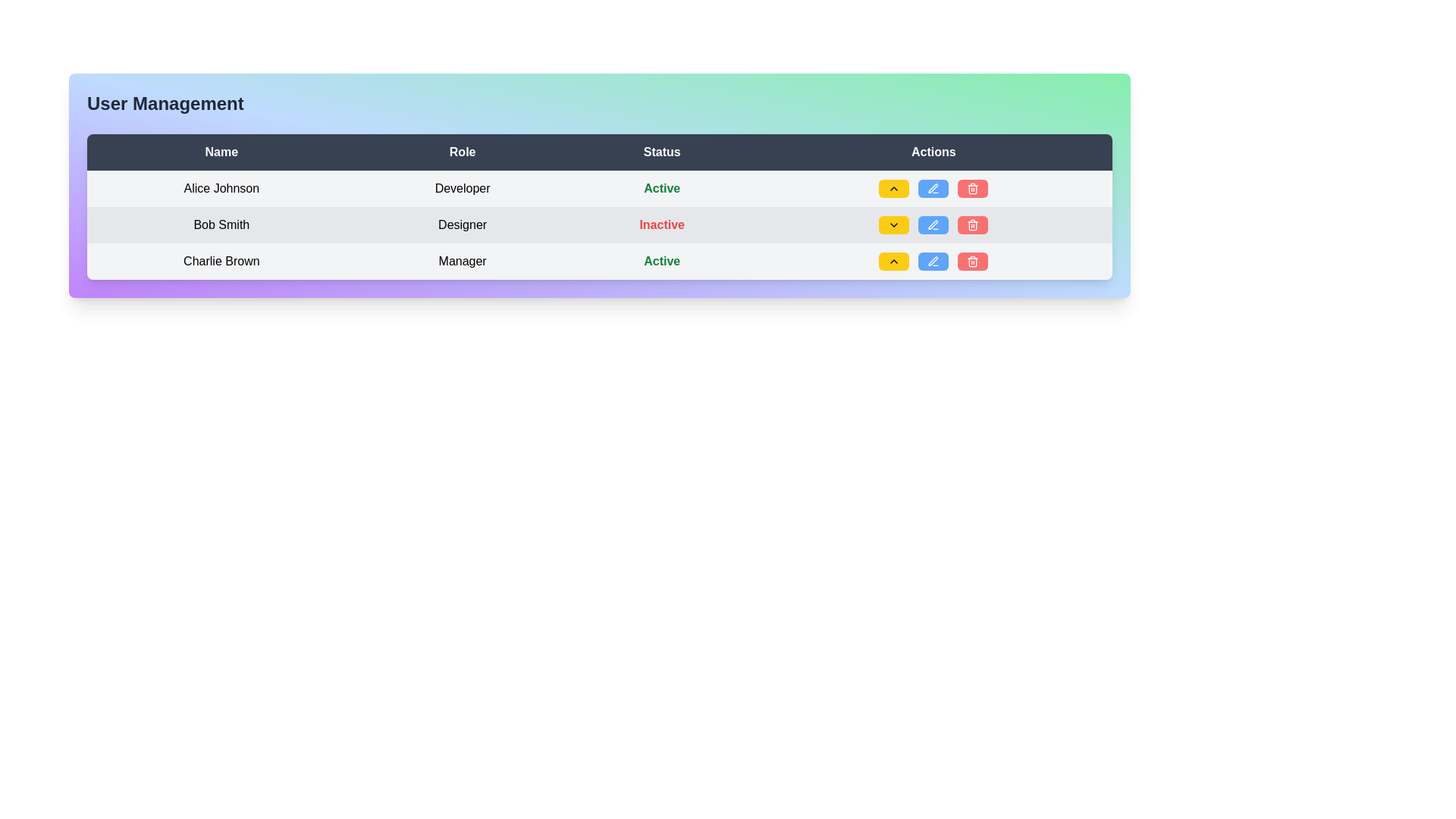  I want to click on the Text content component displaying 'Charlie Brown' in the user information table, which is the first element under the 'Name' column, so click(221, 260).